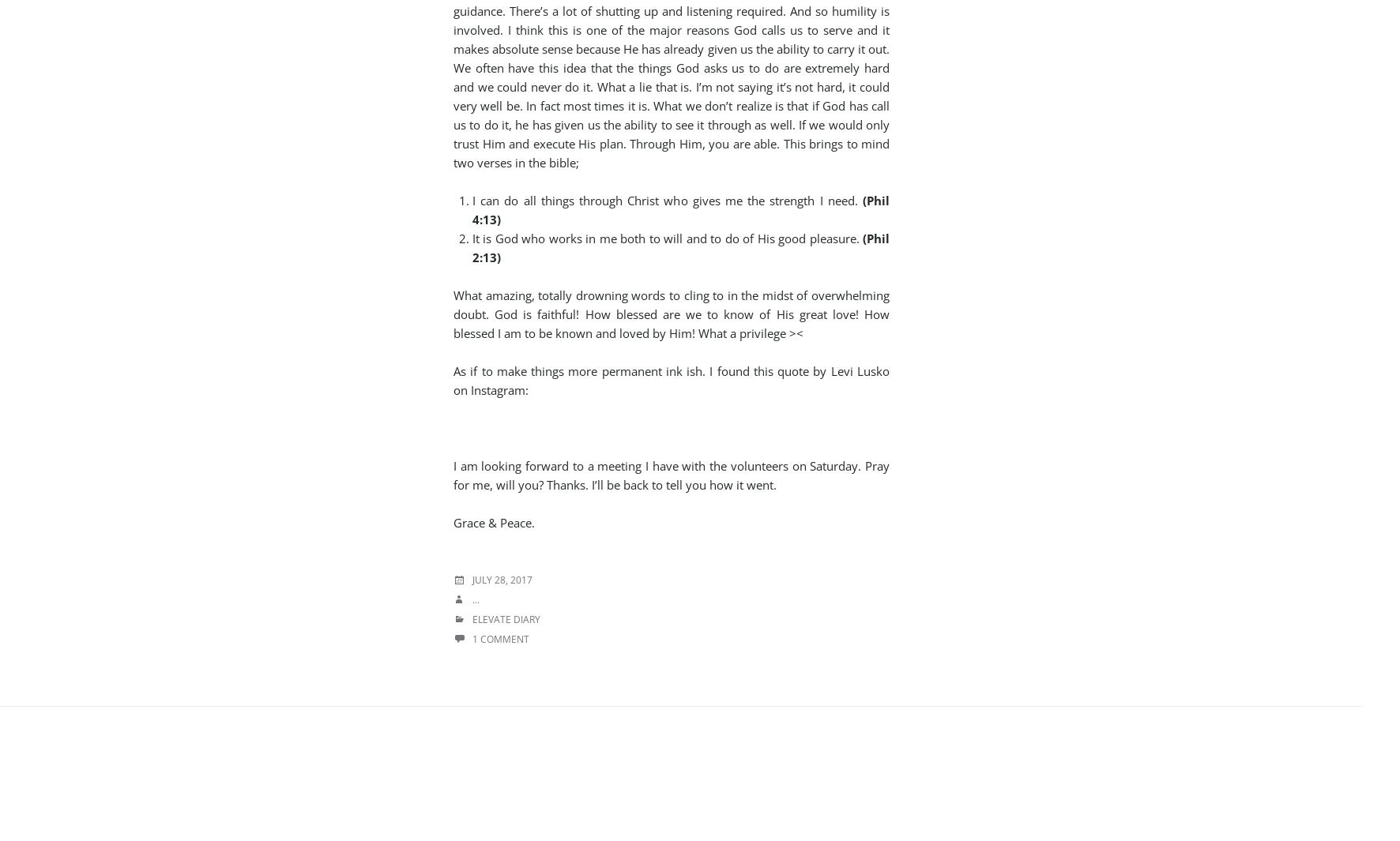 Image resolution: width=1400 pixels, height=841 pixels. Describe the element at coordinates (506, 619) in the screenshot. I see `'Elevate Diary'` at that location.